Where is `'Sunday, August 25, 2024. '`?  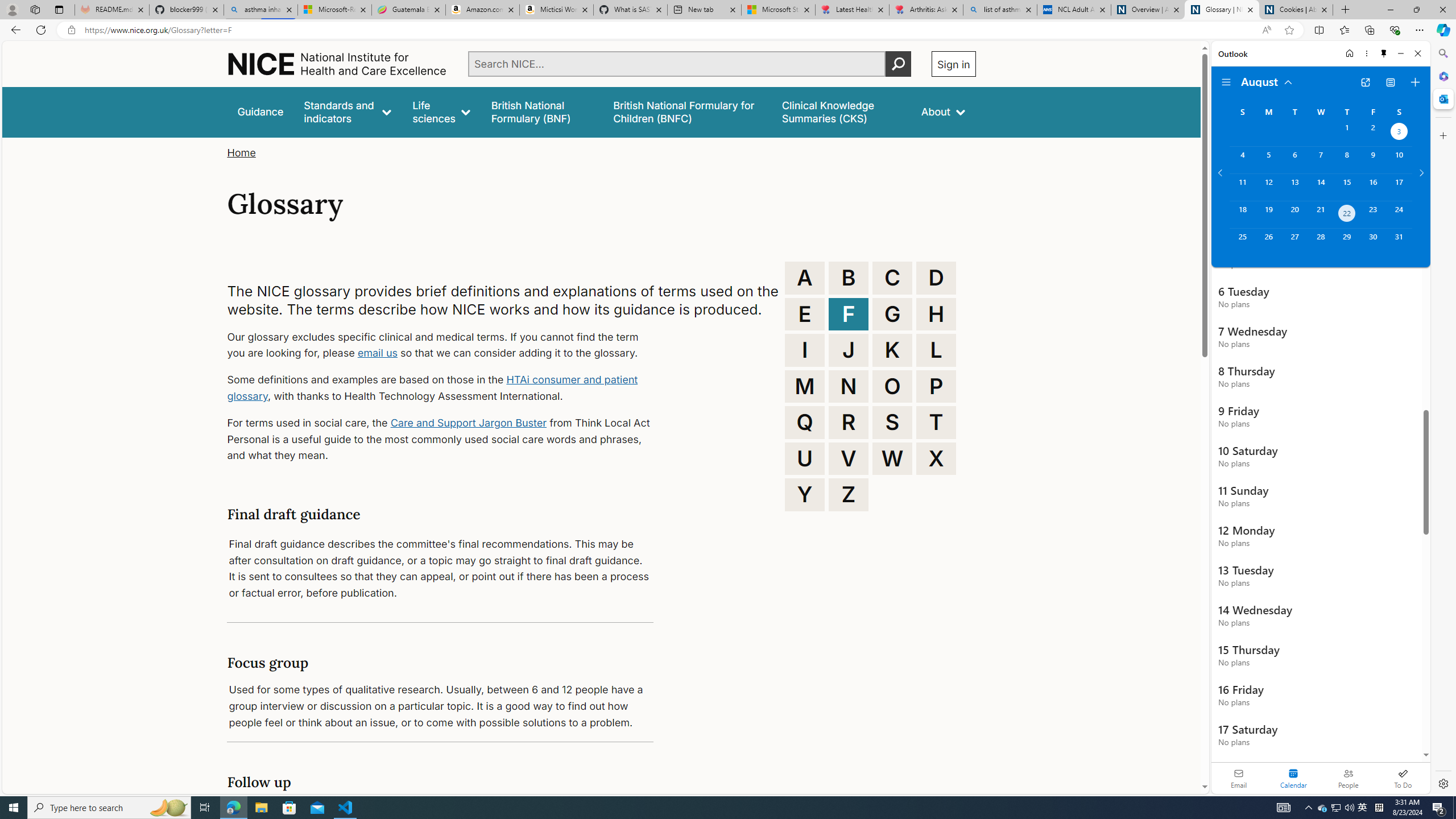 'Sunday, August 25, 2024. ' is located at coordinates (1242, 242).